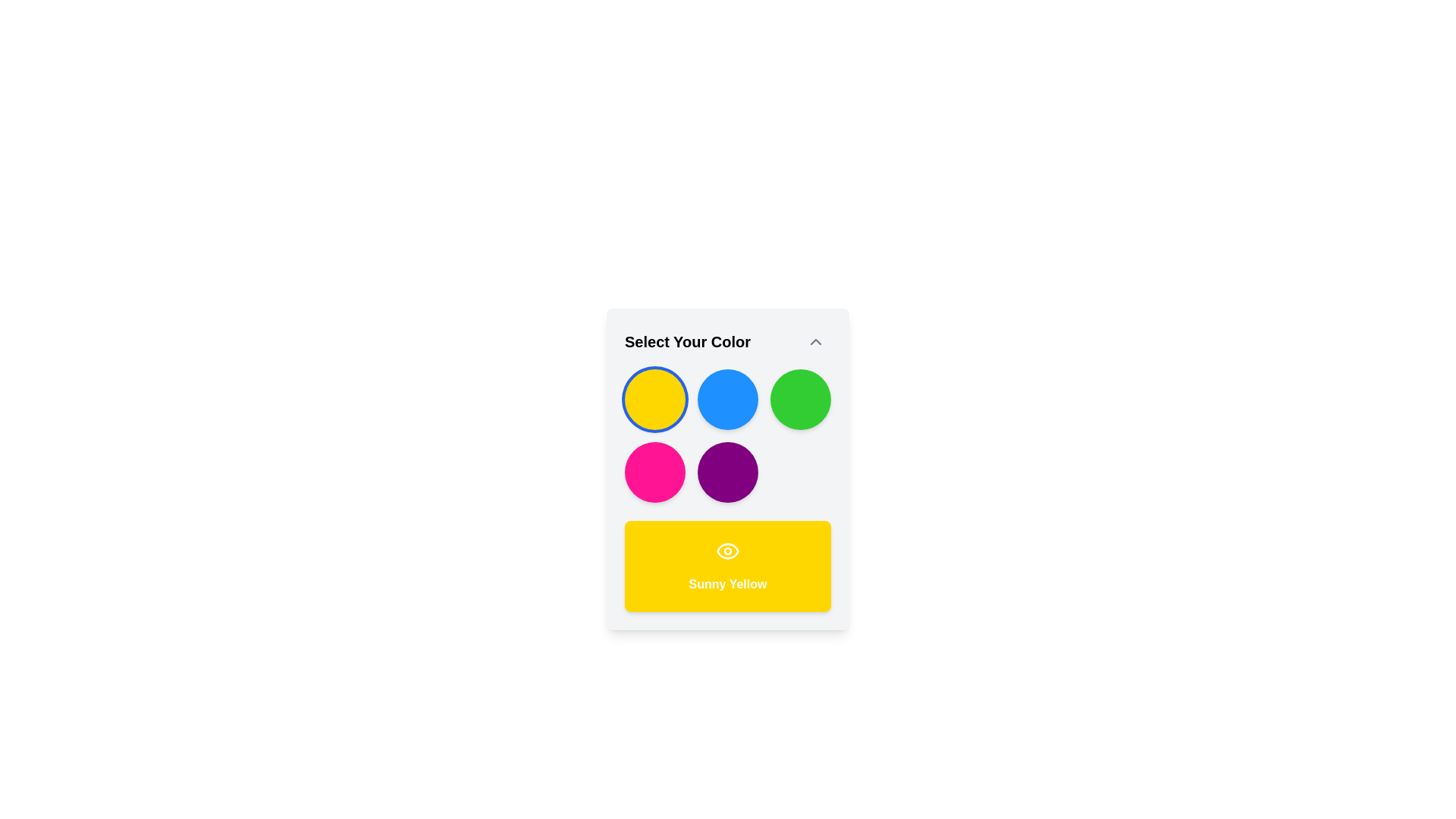  Describe the element at coordinates (728, 399) in the screenshot. I see `the 'Ocean Blue' button located in the first row, second column of the 3x3 grid` at that location.